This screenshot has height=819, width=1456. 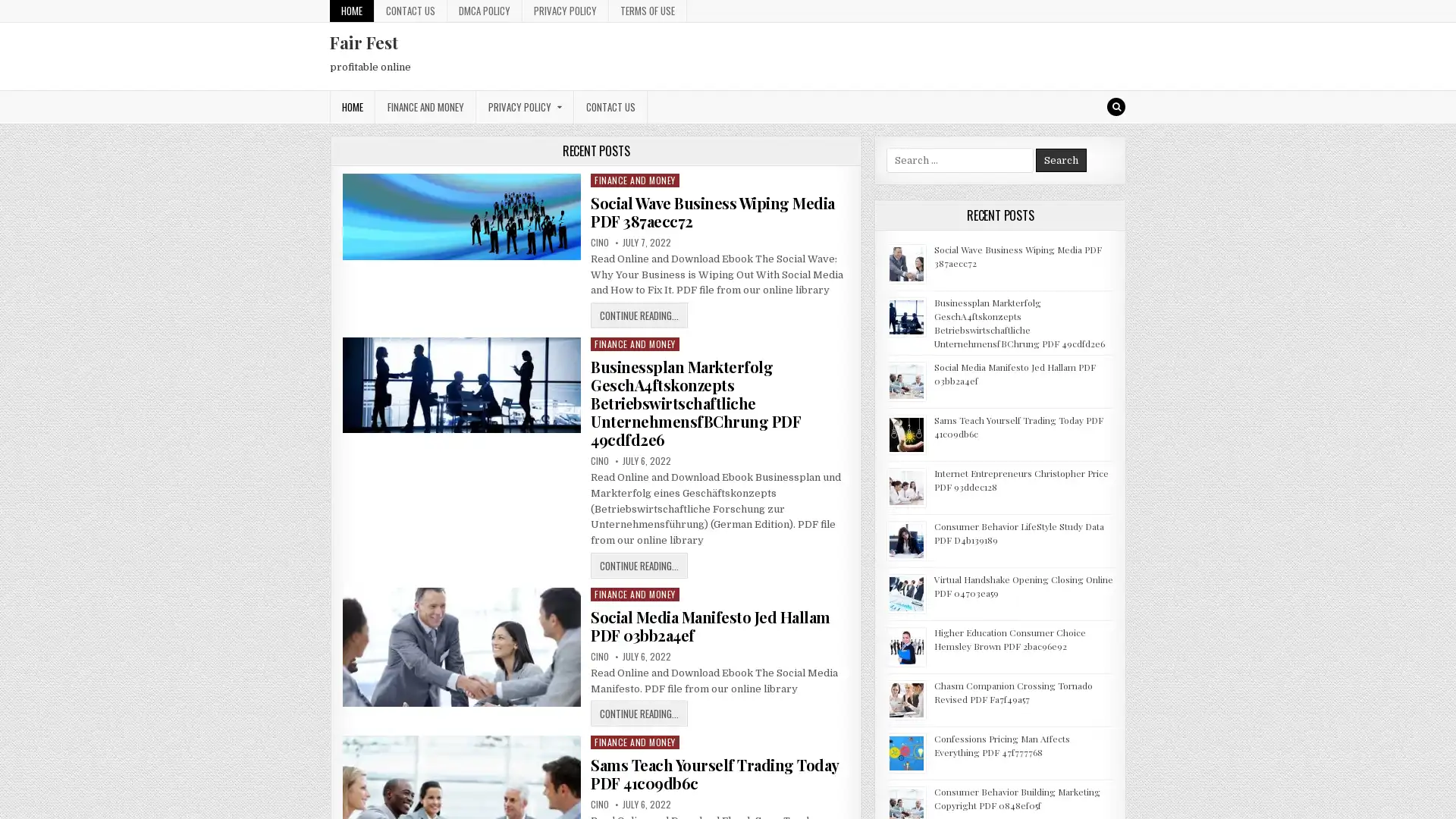 I want to click on Search, so click(x=1060, y=160).